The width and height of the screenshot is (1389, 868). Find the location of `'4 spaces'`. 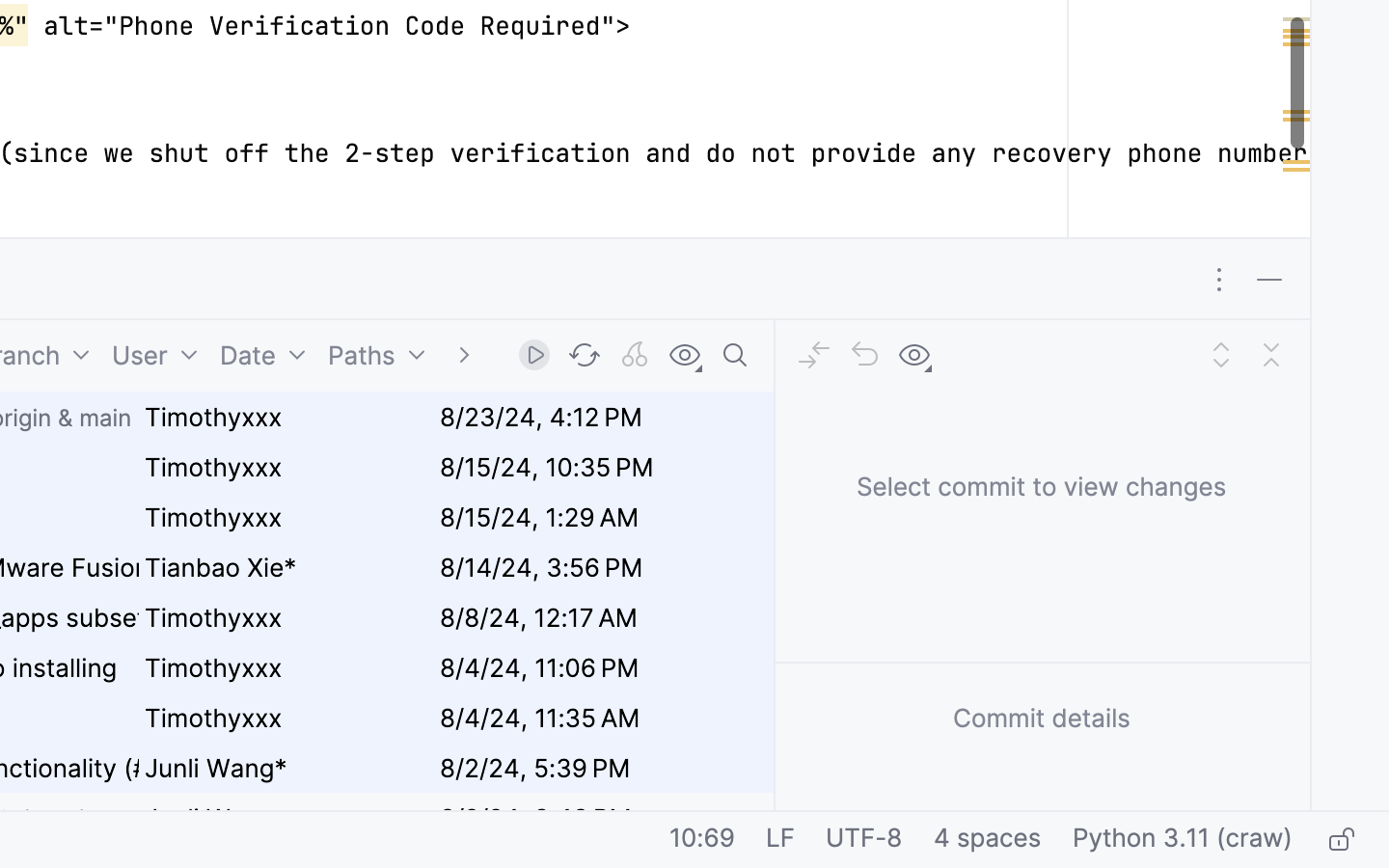

'4 spaces' is located at coordinates (987, 840).